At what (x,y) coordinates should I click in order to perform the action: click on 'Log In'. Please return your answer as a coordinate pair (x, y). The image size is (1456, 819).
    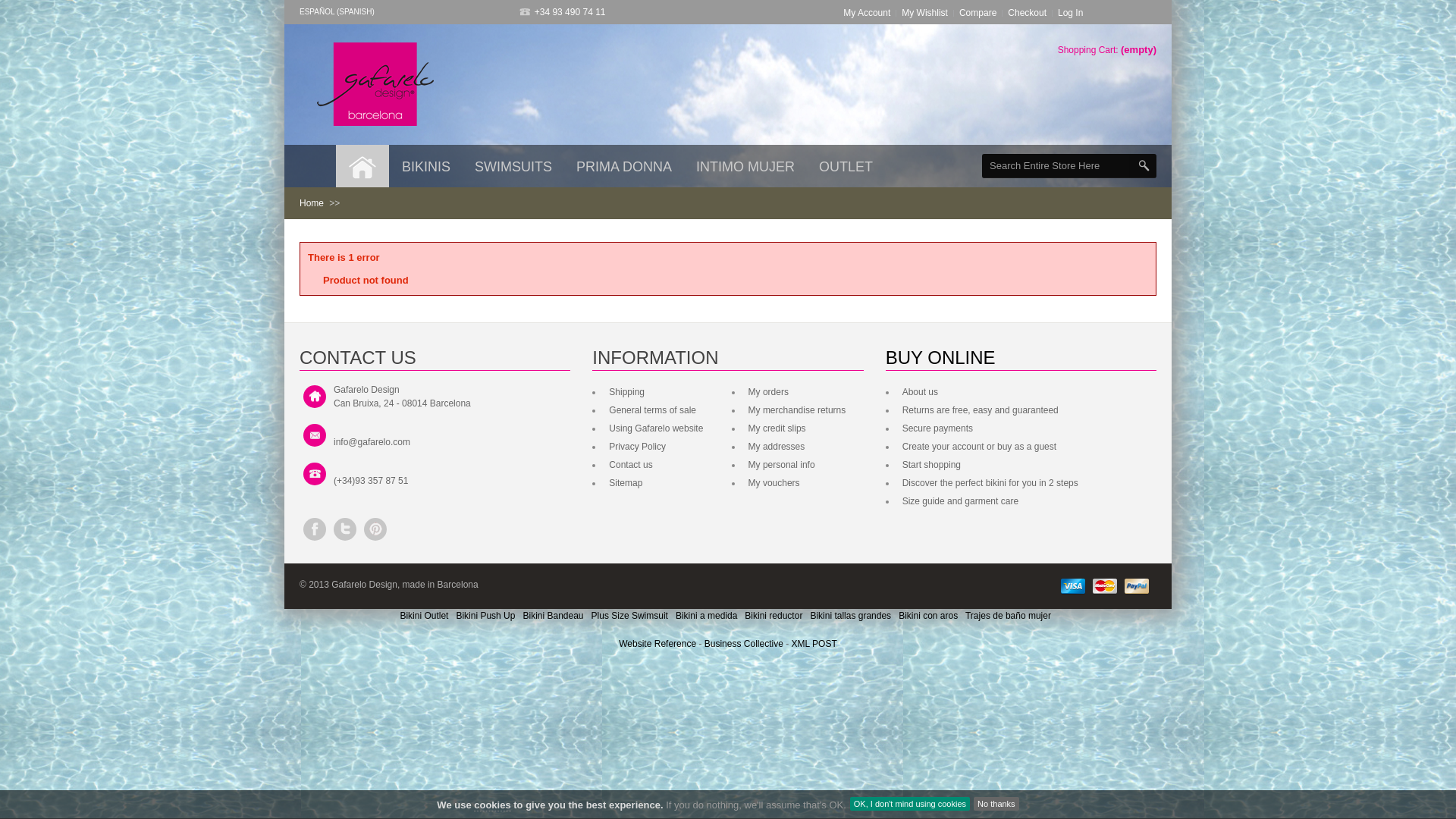
    Looking at the image, I should click on (1069, 12).